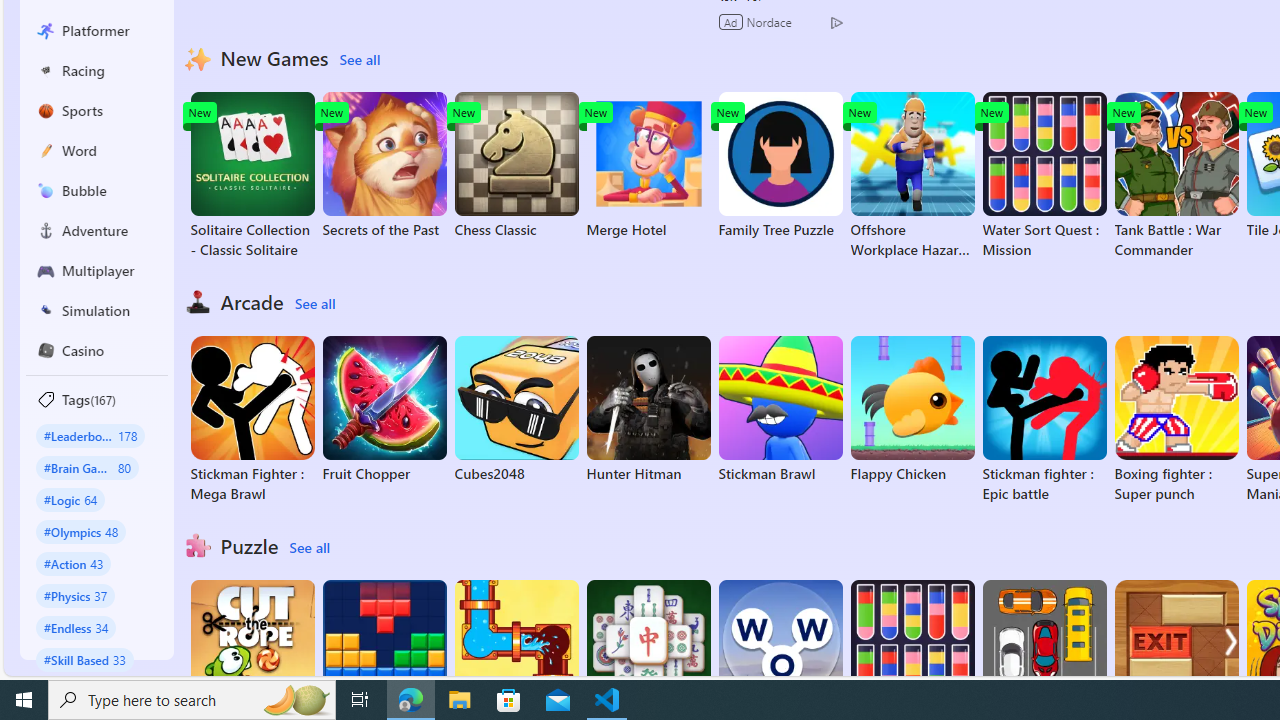 The width and height of the screenshot is (1280, 720). Describe the element at coordinates (84, 659) in the screenshot. I see `'#Skill Based 33'` at that location.